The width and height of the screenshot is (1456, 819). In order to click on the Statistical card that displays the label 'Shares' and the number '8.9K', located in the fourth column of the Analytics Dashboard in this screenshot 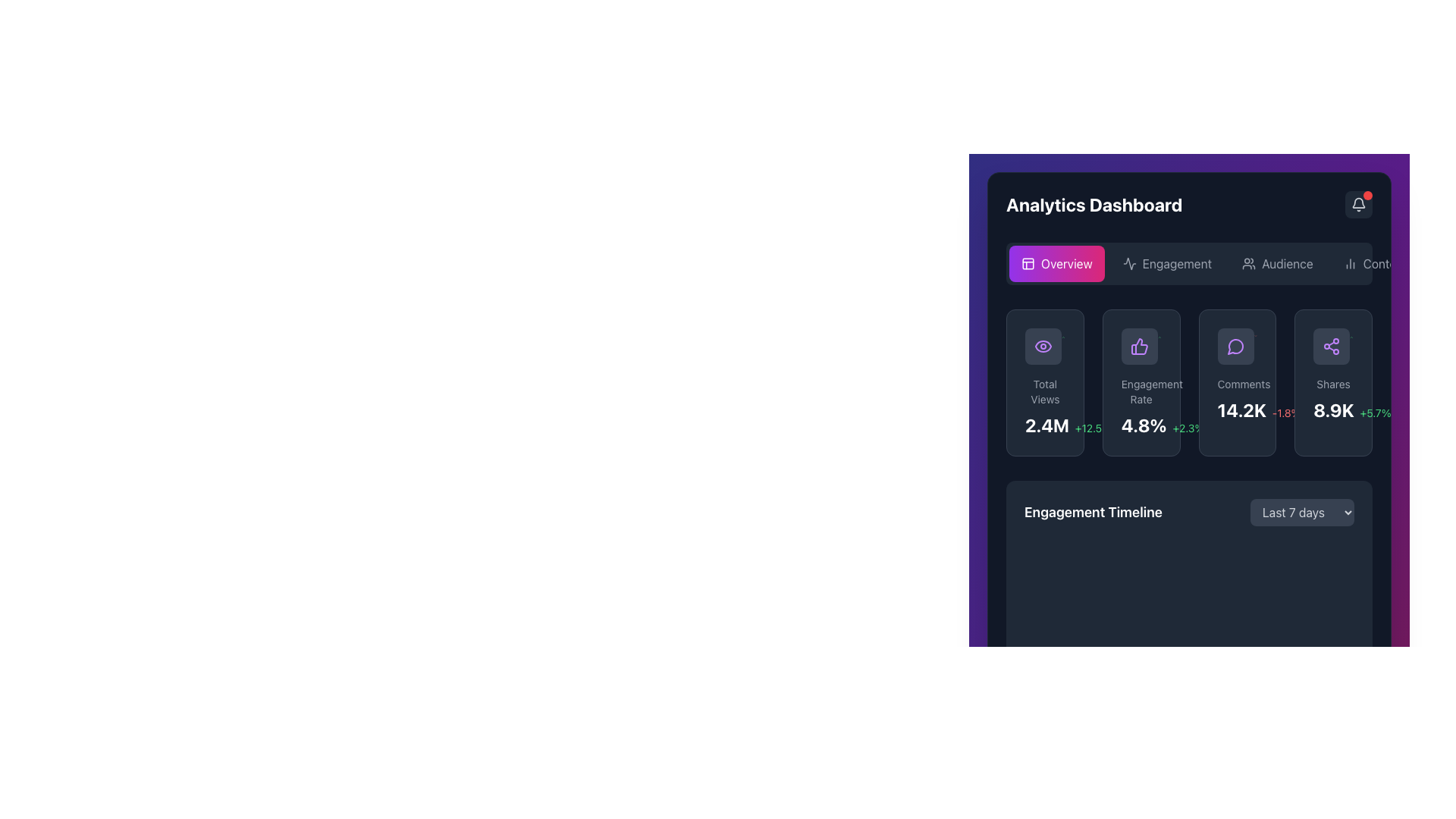, I will do `click(1332, 382)`.